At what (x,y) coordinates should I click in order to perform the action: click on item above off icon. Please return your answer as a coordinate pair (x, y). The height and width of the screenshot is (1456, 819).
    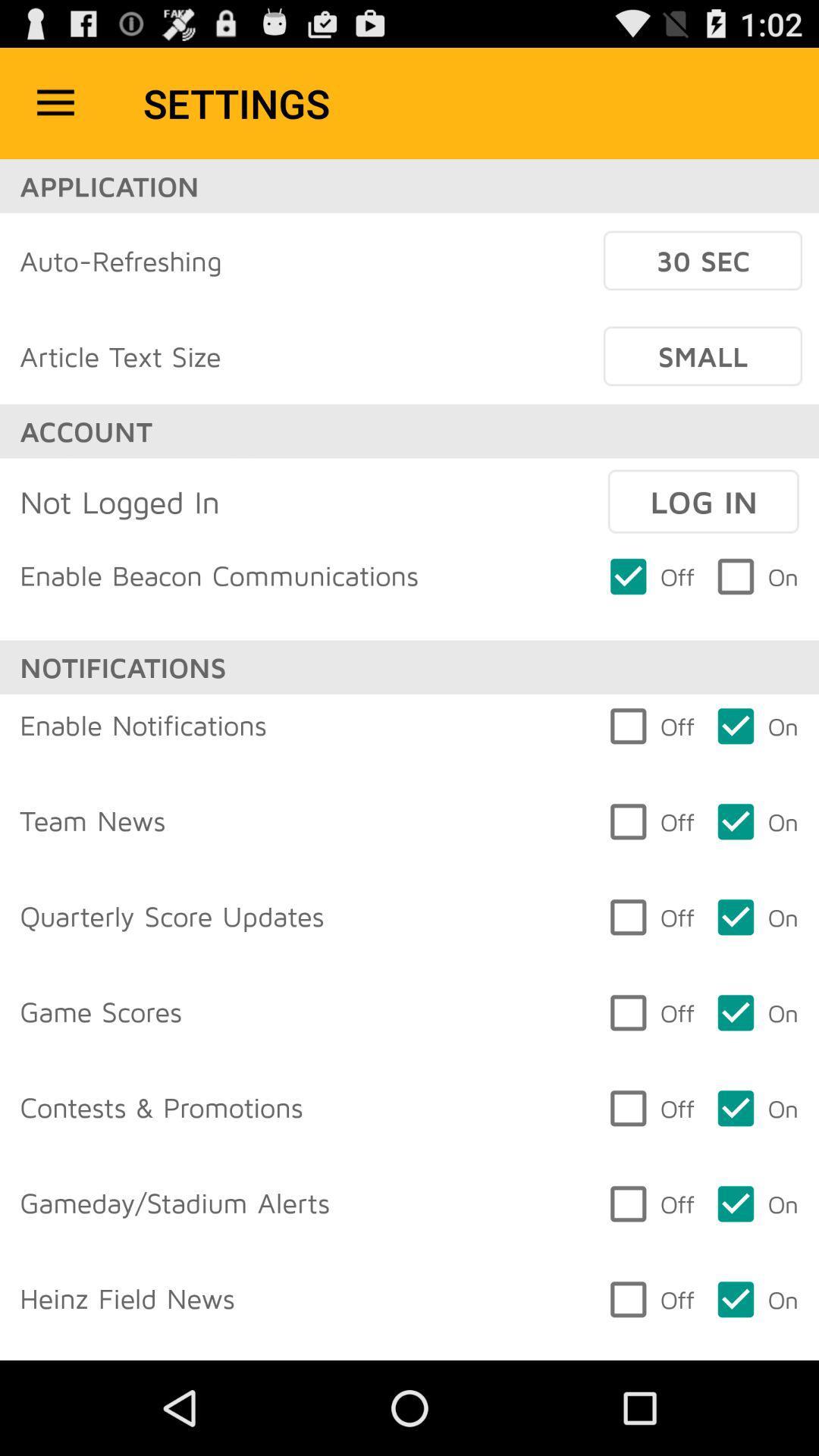
    Looking at the image, I should click on (703, 501).